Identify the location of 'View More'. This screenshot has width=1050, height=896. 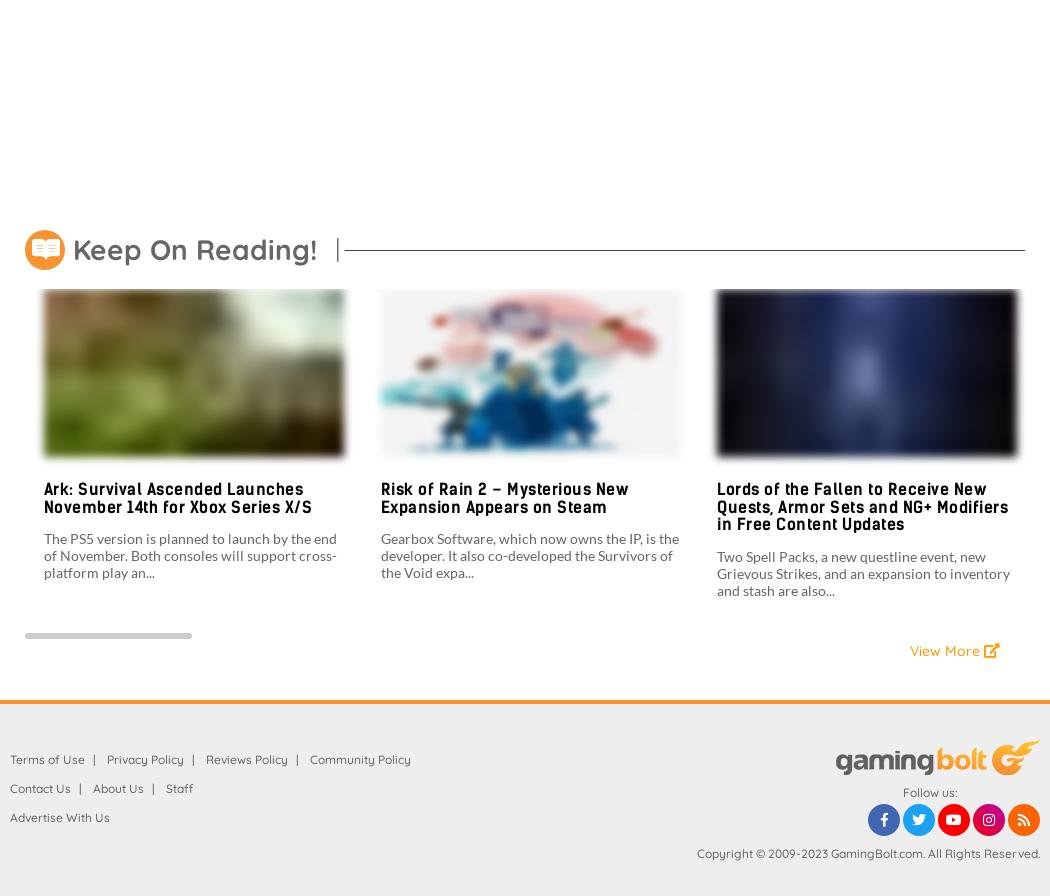
(945, 649).